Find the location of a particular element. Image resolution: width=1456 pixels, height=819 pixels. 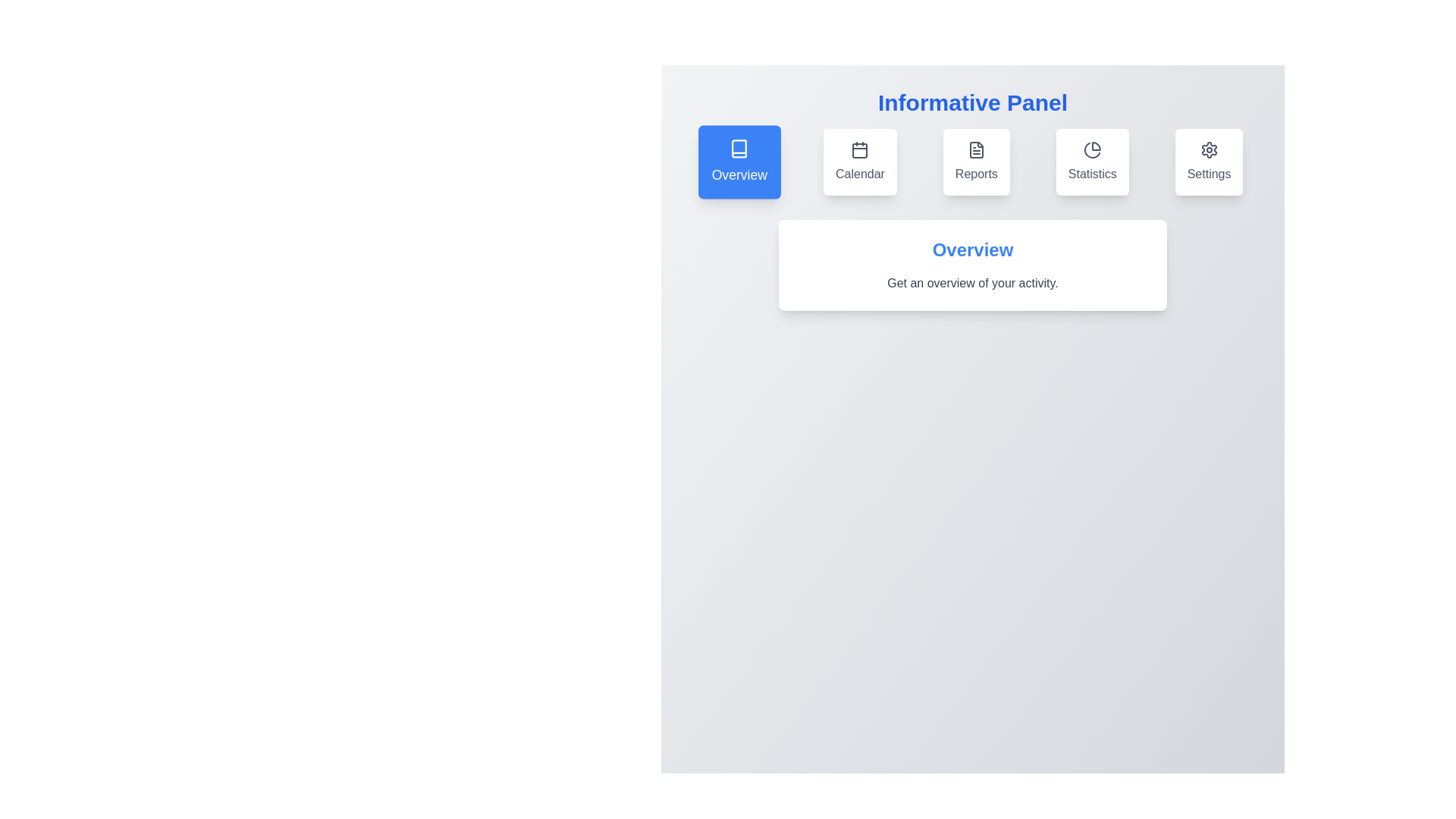

the button that navigates to the 'Calendar' section located in the second position from the left in the horizontal menu bar is located at coordinates (860, 162).